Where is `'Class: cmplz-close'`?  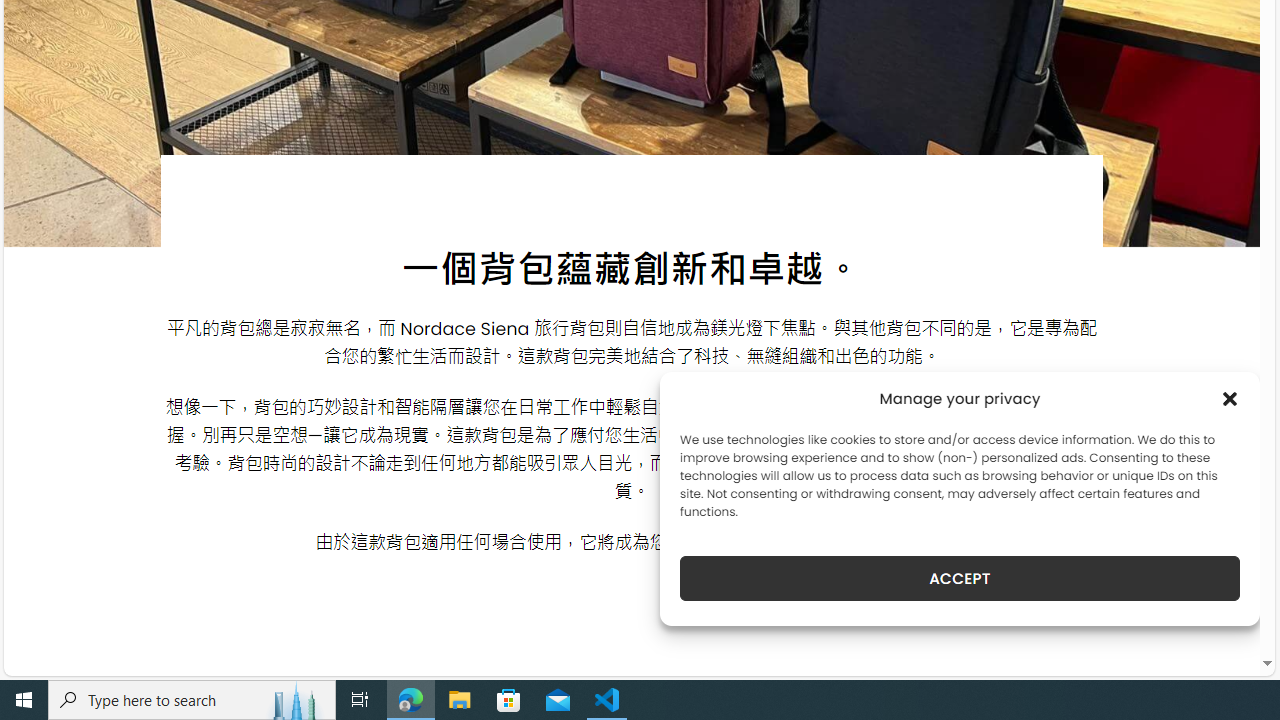 'Class: cmplz-close' is located at coordinates (1229, 398).